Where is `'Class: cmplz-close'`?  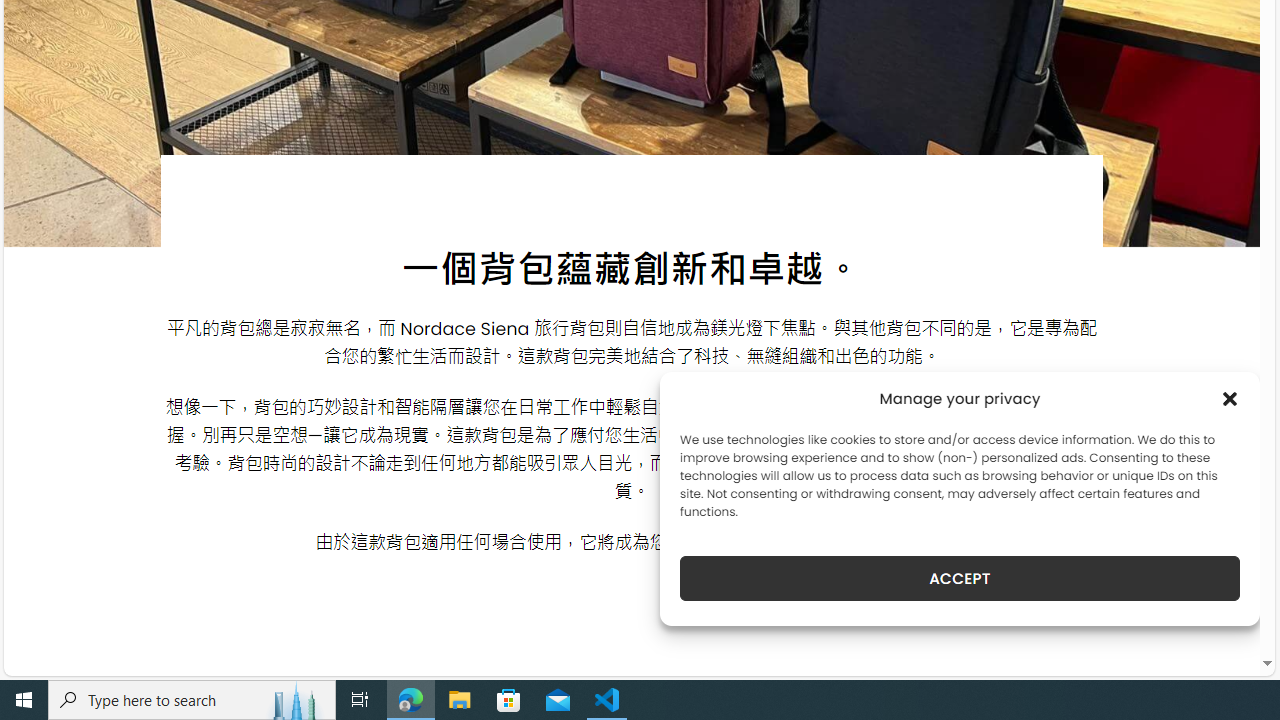 'Class: cmplz-close' is located at coordinates (1229, 398).